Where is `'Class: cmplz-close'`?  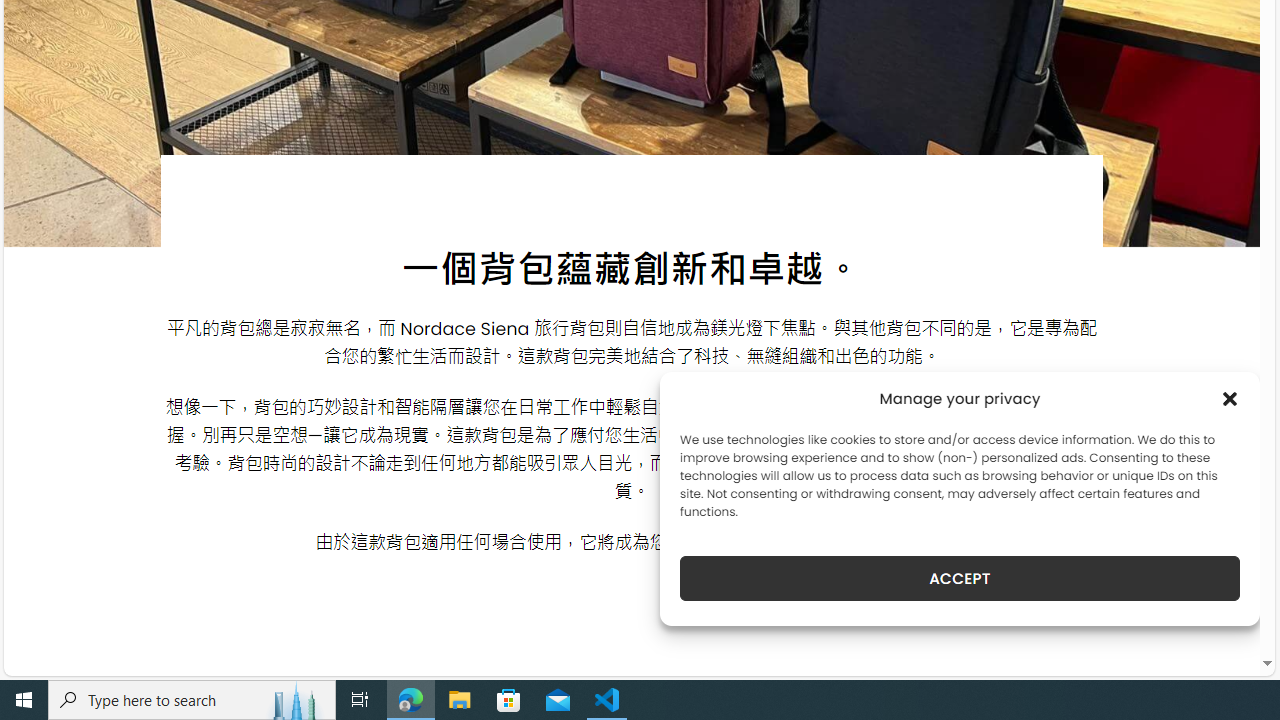 'Class: cmplz-close' is located at coordinates (1229, 398).